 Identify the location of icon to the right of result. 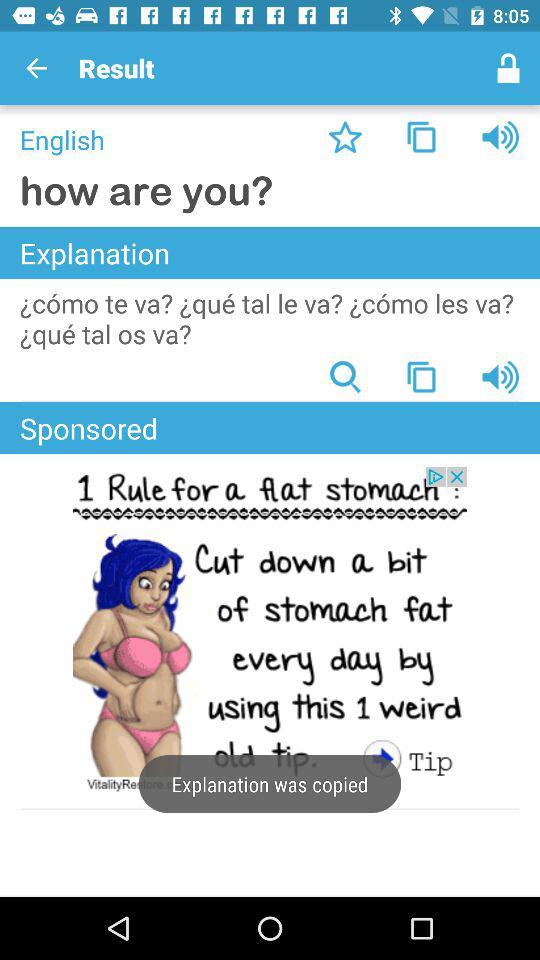
(508, 68).